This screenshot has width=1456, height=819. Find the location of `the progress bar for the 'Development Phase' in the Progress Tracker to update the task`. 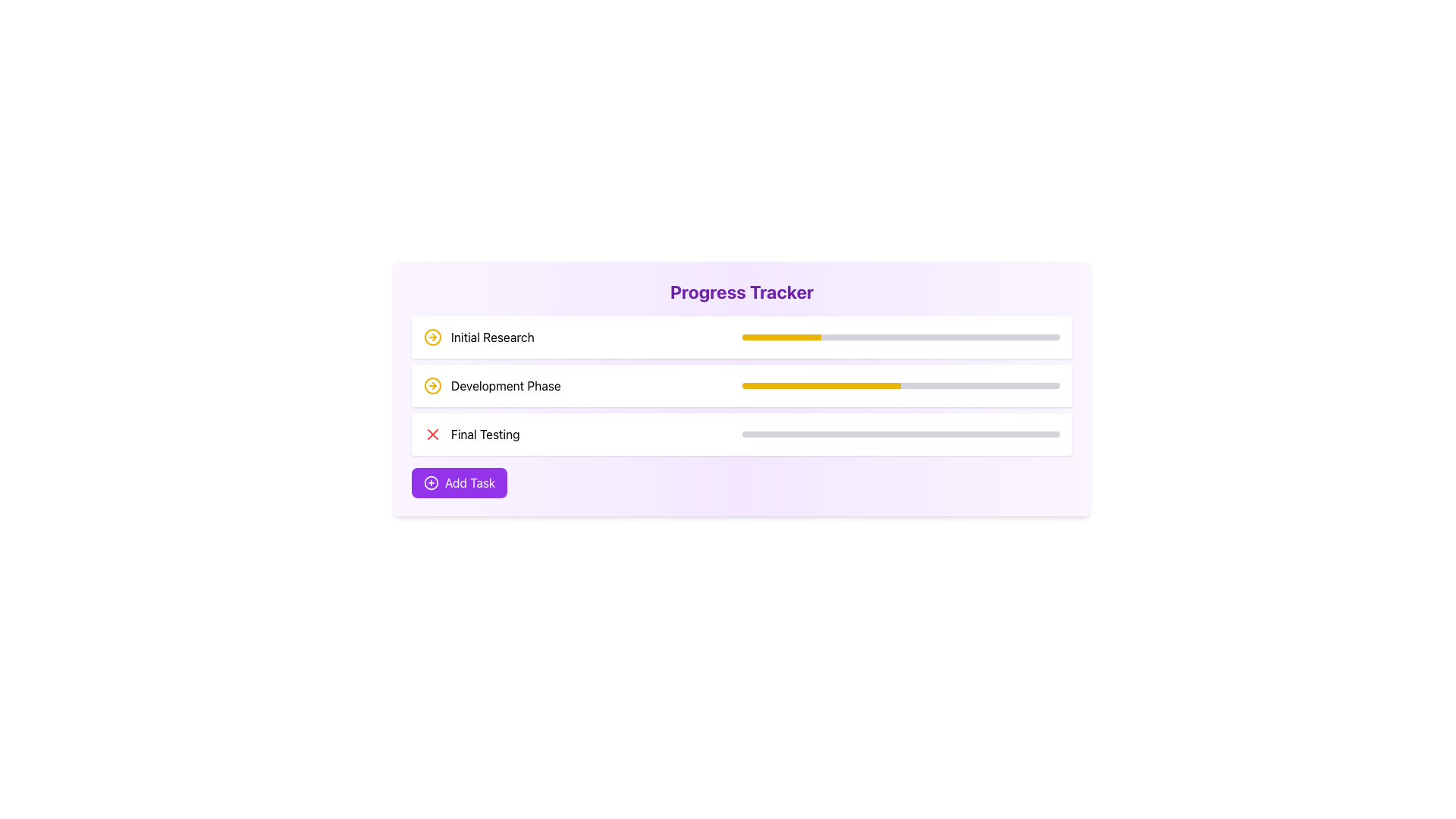

the progress bar for the 'Development Phase' in the Progress Tracker to update the task is located at coordinates (742, 385).